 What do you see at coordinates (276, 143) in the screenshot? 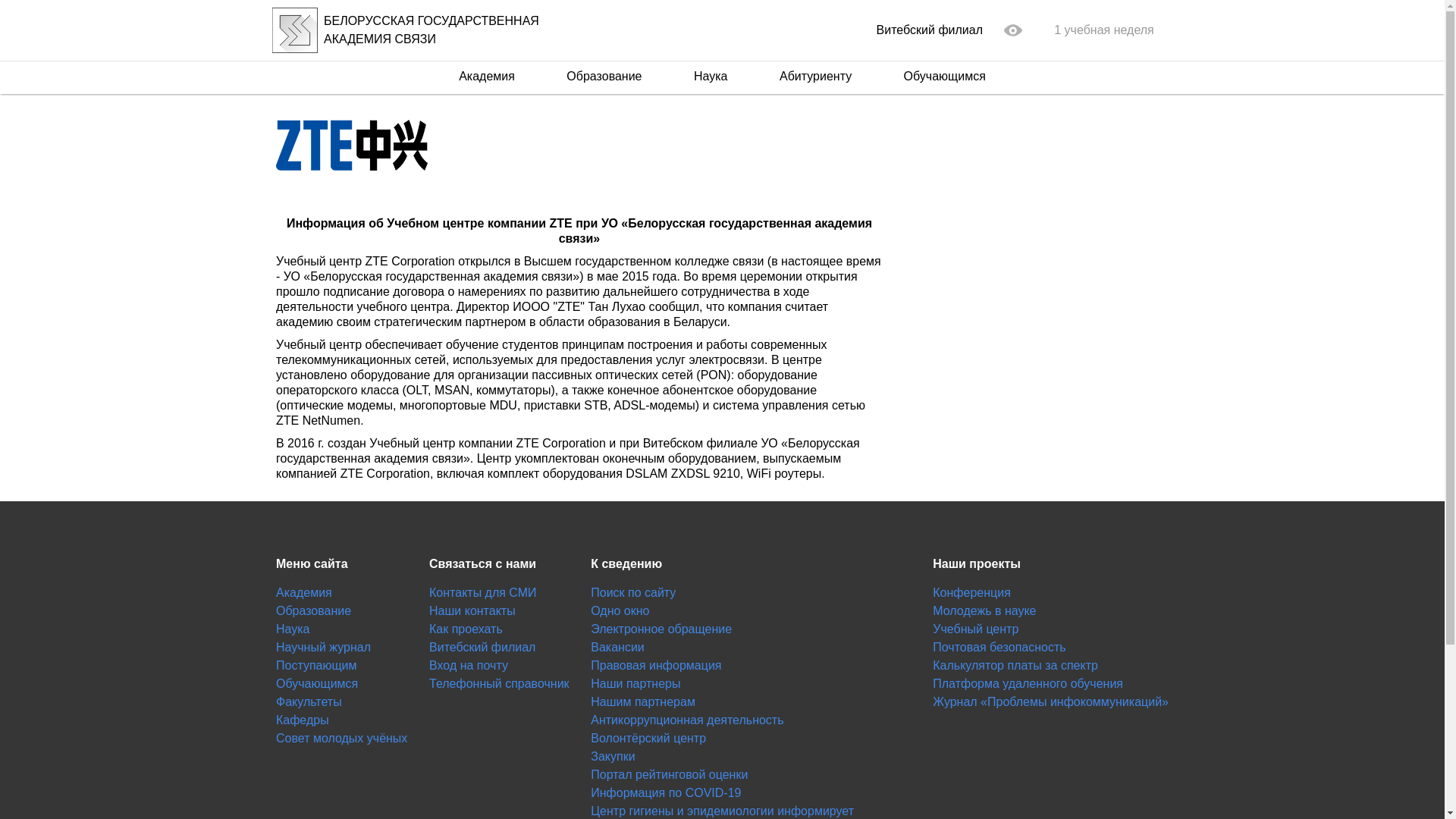
I see `'ZTE'` at bounding box center [276, 143].